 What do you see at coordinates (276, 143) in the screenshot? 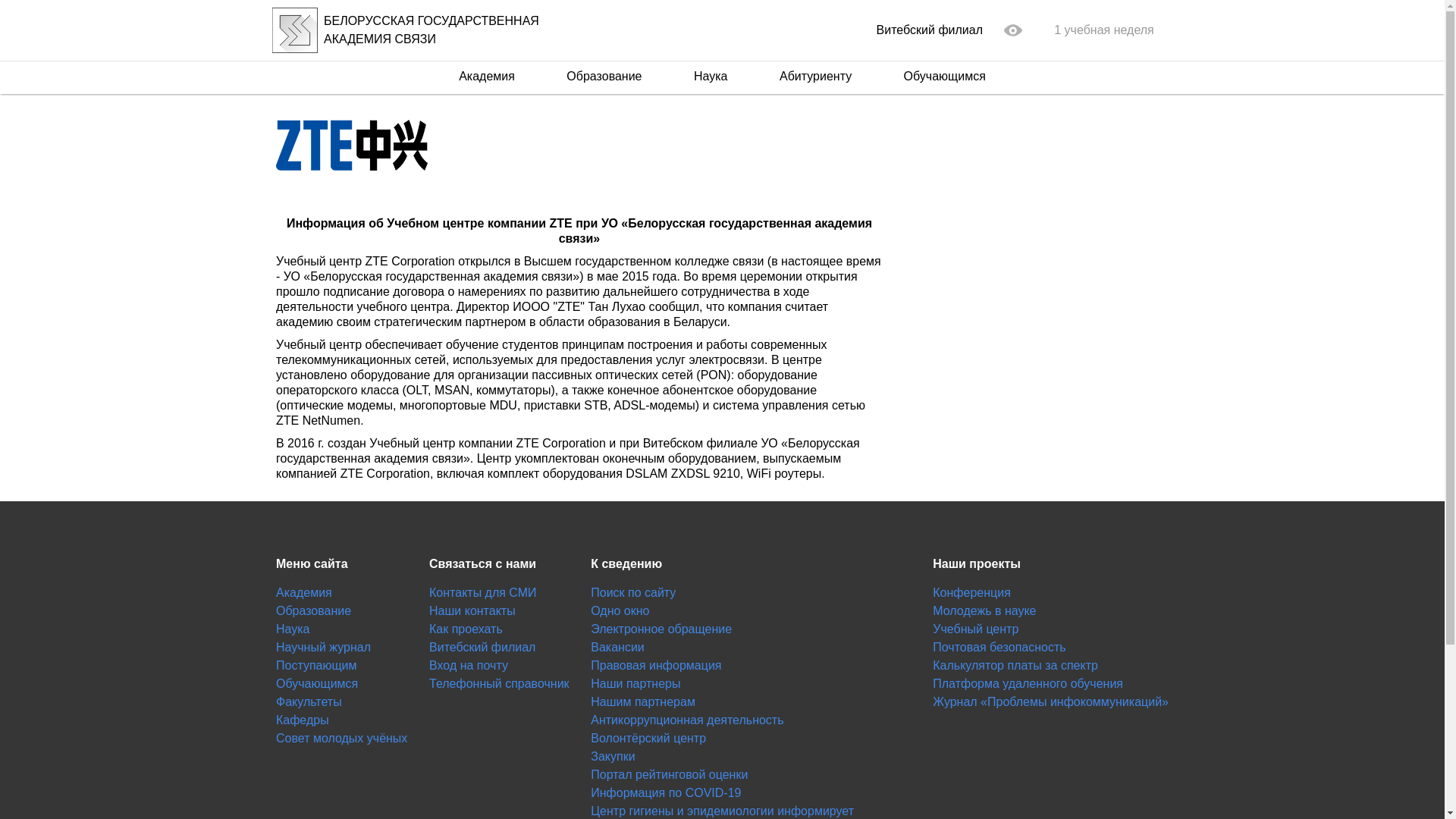
I see `'ZTE'` at bounding box center [276, 143].